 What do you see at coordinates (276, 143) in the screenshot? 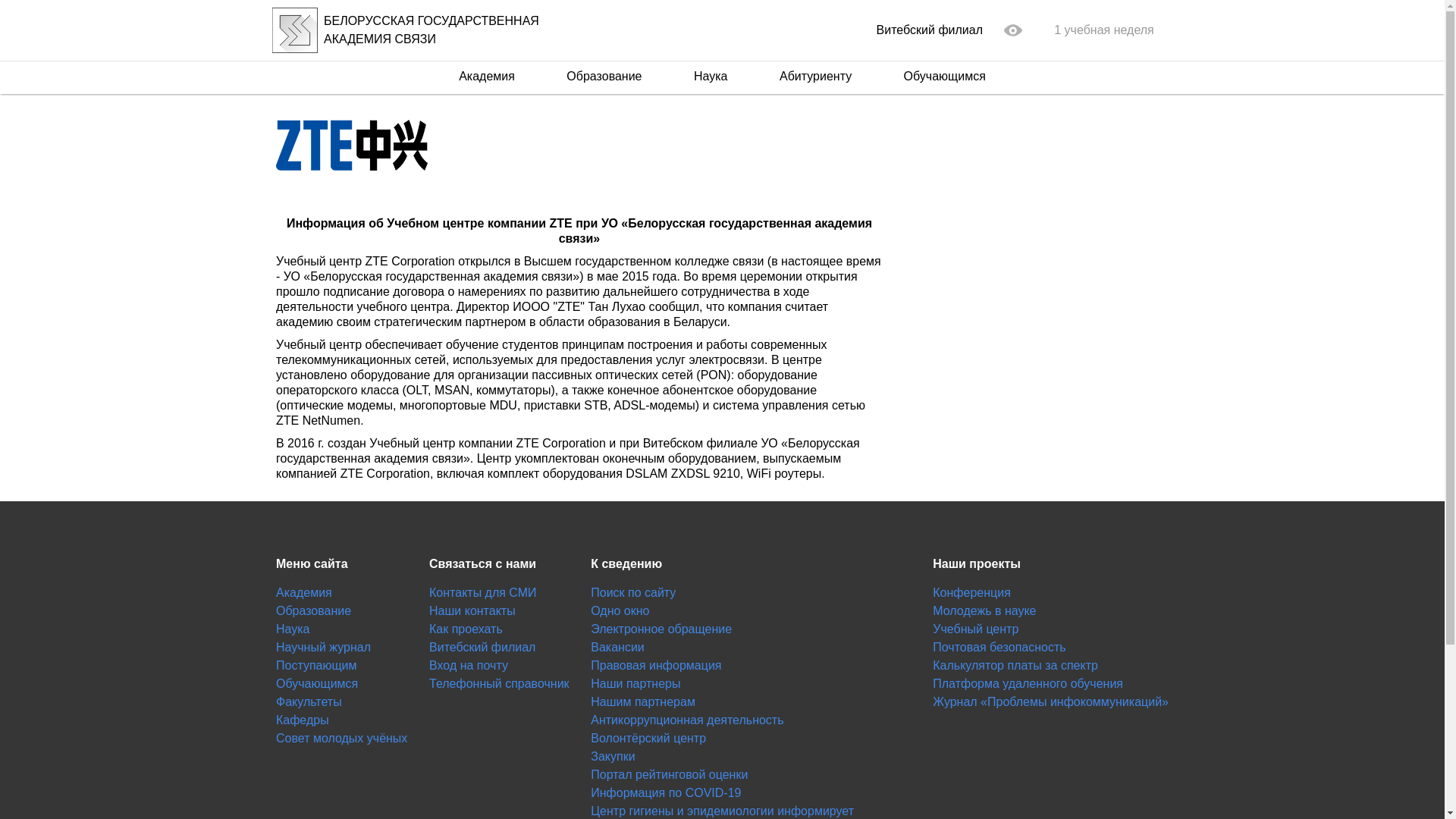
I see `'ZTE'` at bounding box center [276, 143].